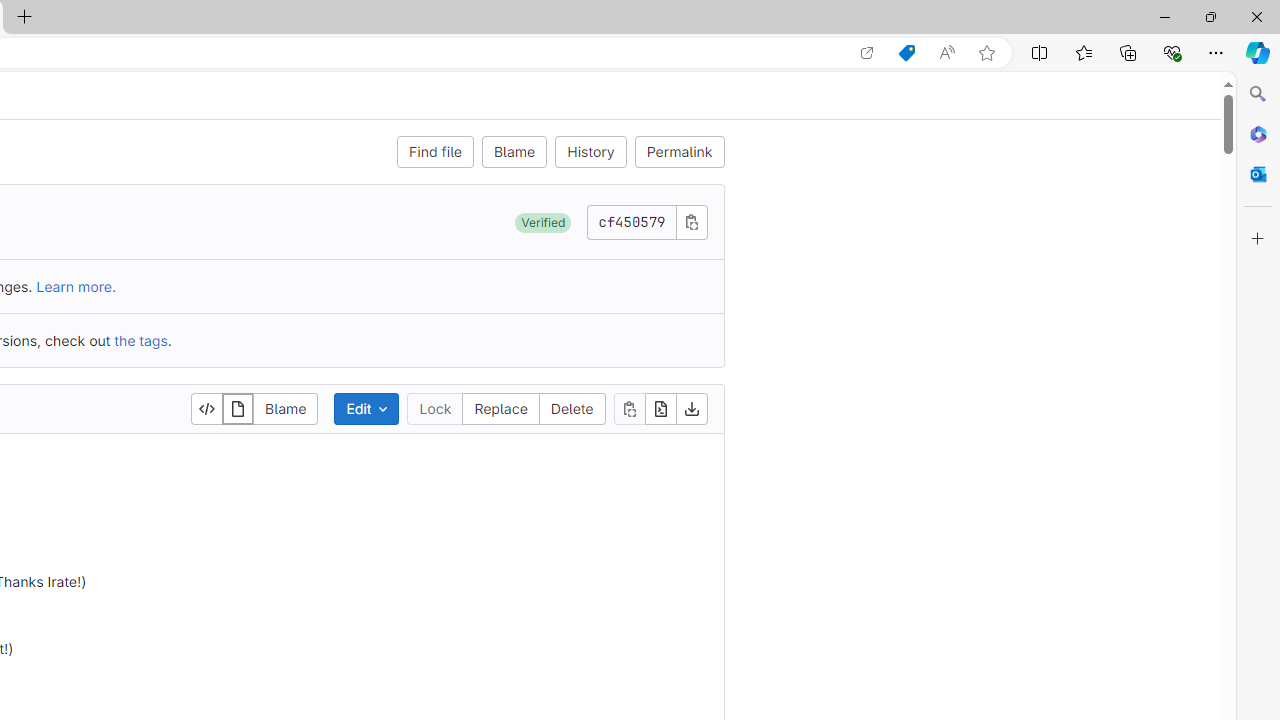 This screenshot has width=1280, height=720. What do you see at coordinates (679, 150) in the screenshot?
I see `'Permalink'` at bounding box center [679, 150].